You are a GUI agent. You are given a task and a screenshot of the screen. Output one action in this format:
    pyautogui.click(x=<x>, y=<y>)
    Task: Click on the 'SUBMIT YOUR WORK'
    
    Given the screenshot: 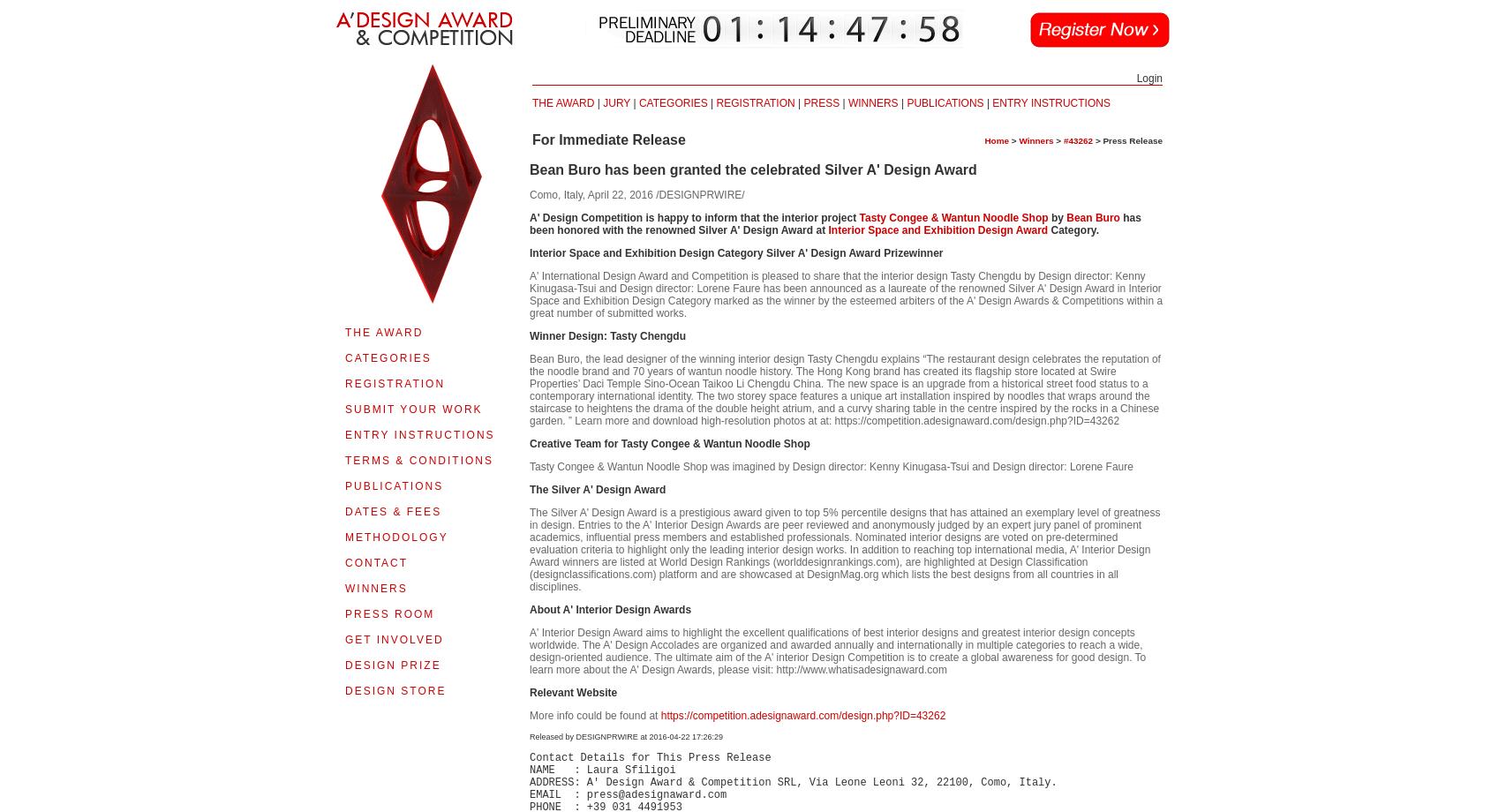 What is the action you would take?
    pyautogui.click(x=412, y=409)
    